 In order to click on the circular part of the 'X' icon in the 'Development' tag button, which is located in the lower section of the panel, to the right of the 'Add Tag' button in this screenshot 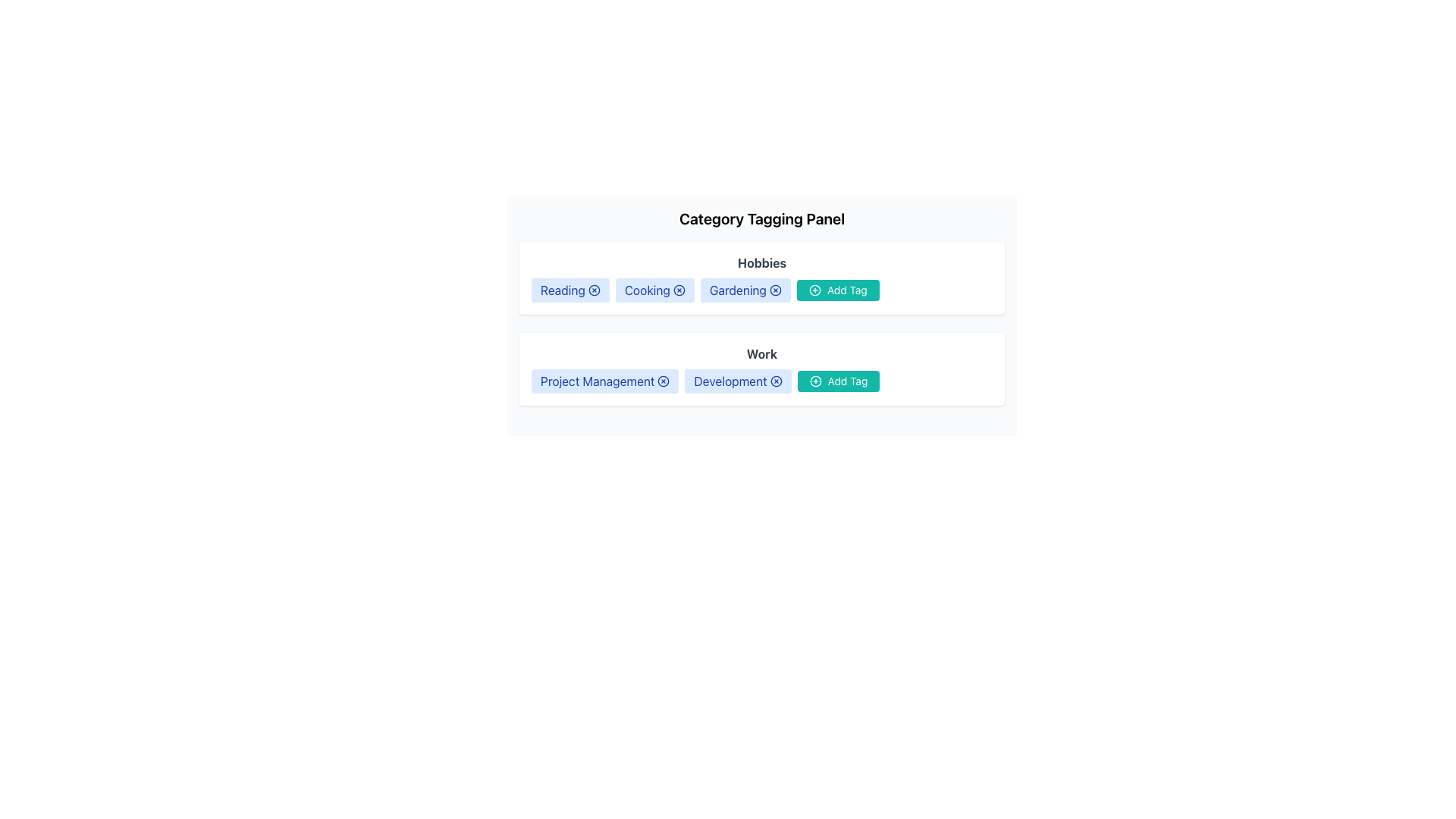, I will do `click(776, 380)`.